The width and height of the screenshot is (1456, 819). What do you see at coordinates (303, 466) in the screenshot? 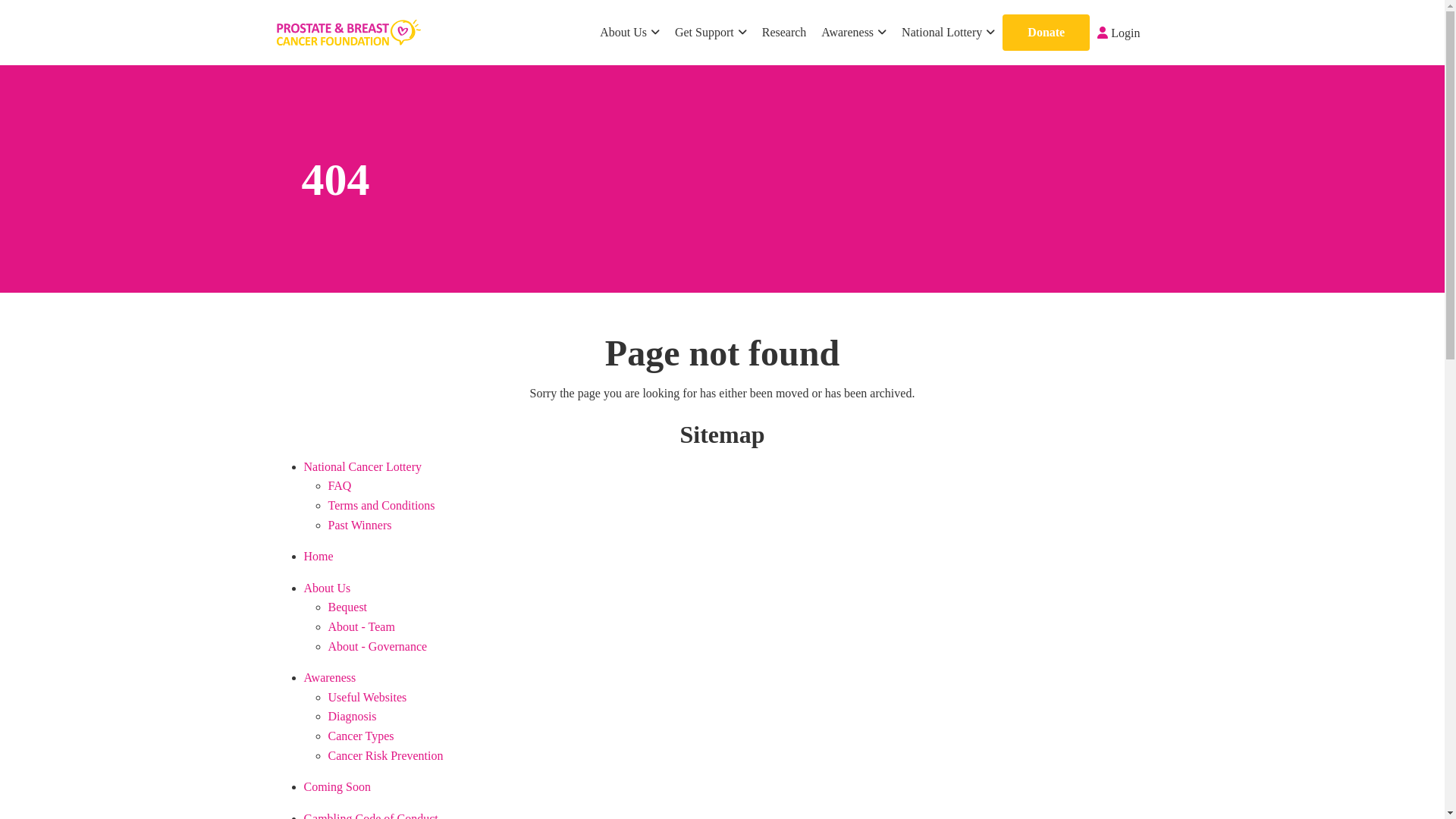
I see `'National Cancer Lottery'` at bounding box center [303, 466].